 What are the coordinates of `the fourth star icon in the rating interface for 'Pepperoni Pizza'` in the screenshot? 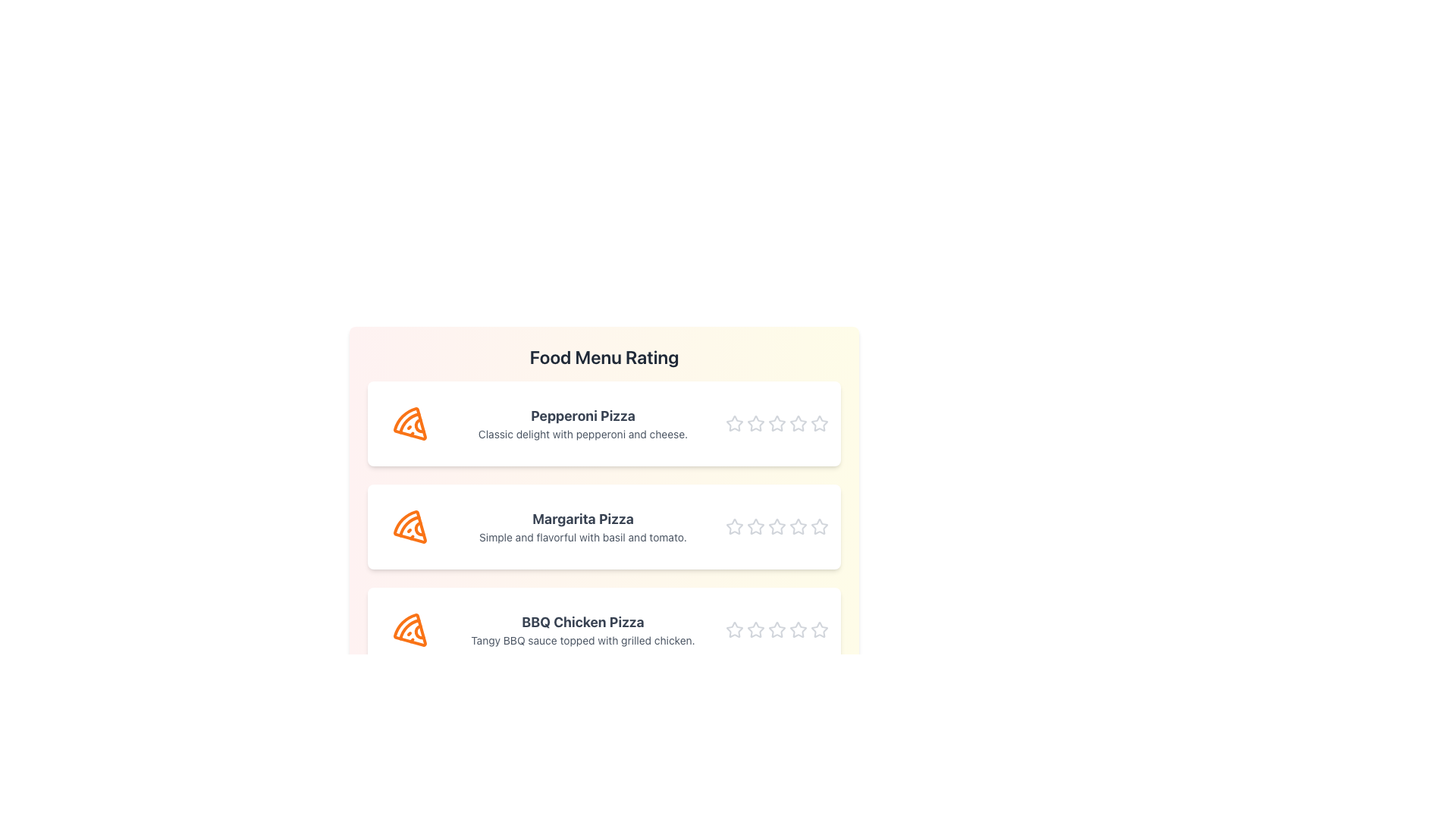 It's located at (818, 423).